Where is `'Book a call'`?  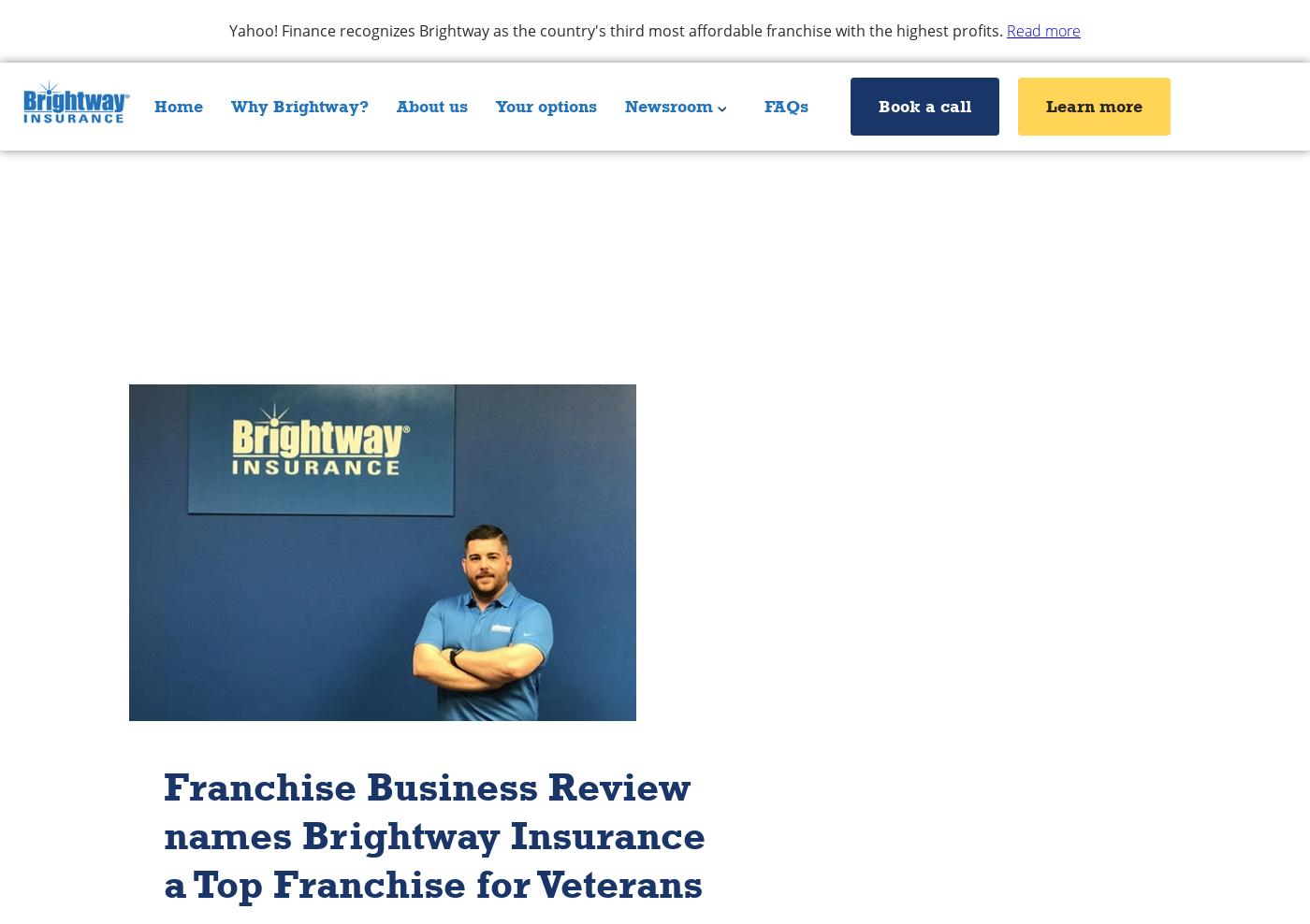
'Book a call' is located at coordinates (924, 107).